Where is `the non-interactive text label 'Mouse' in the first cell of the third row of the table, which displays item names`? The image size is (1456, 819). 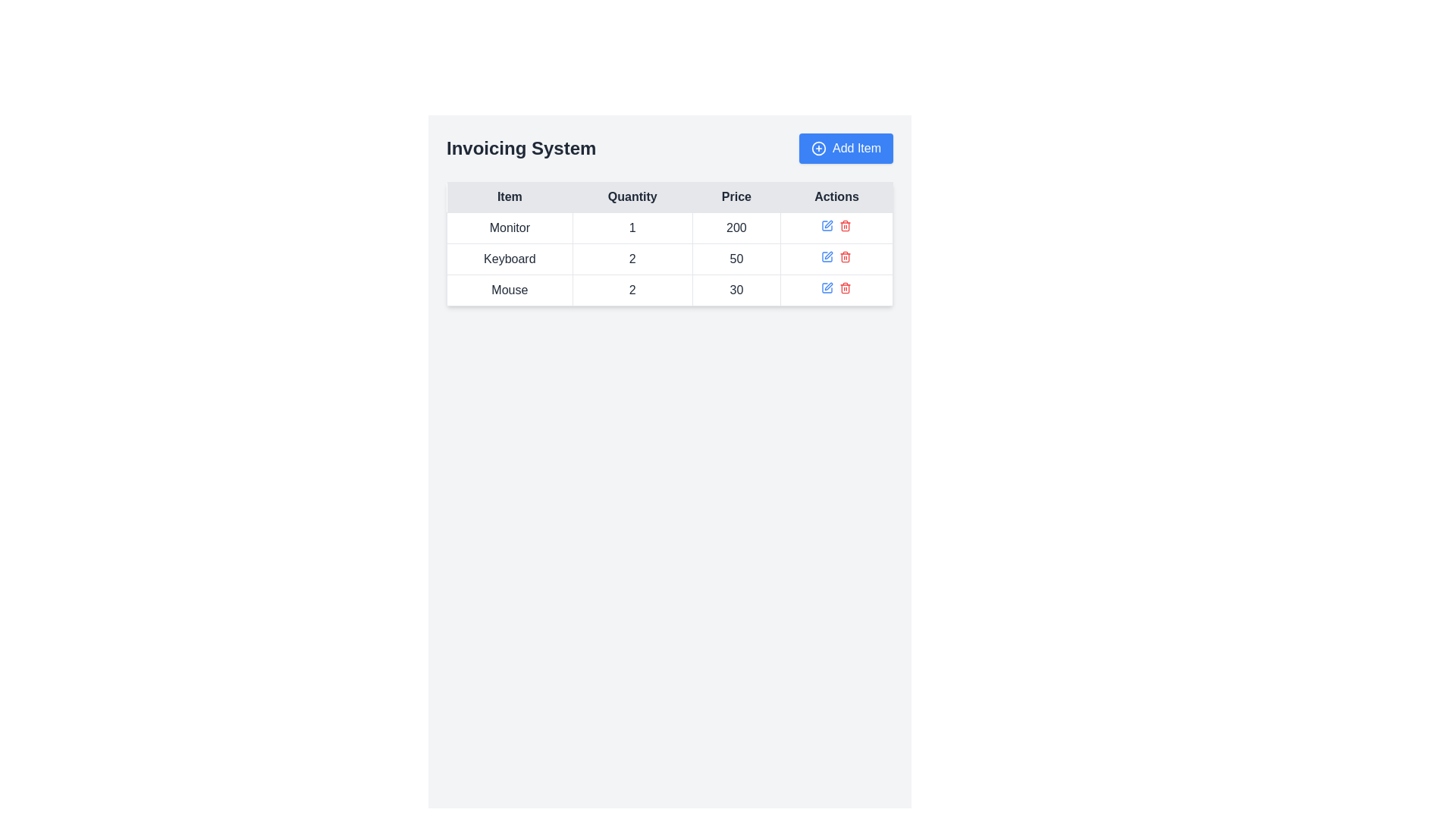
the non-interactive text label 'Mouse' in the first cell of the third row of the table, which displays item names is located at coordinates (510, 290).